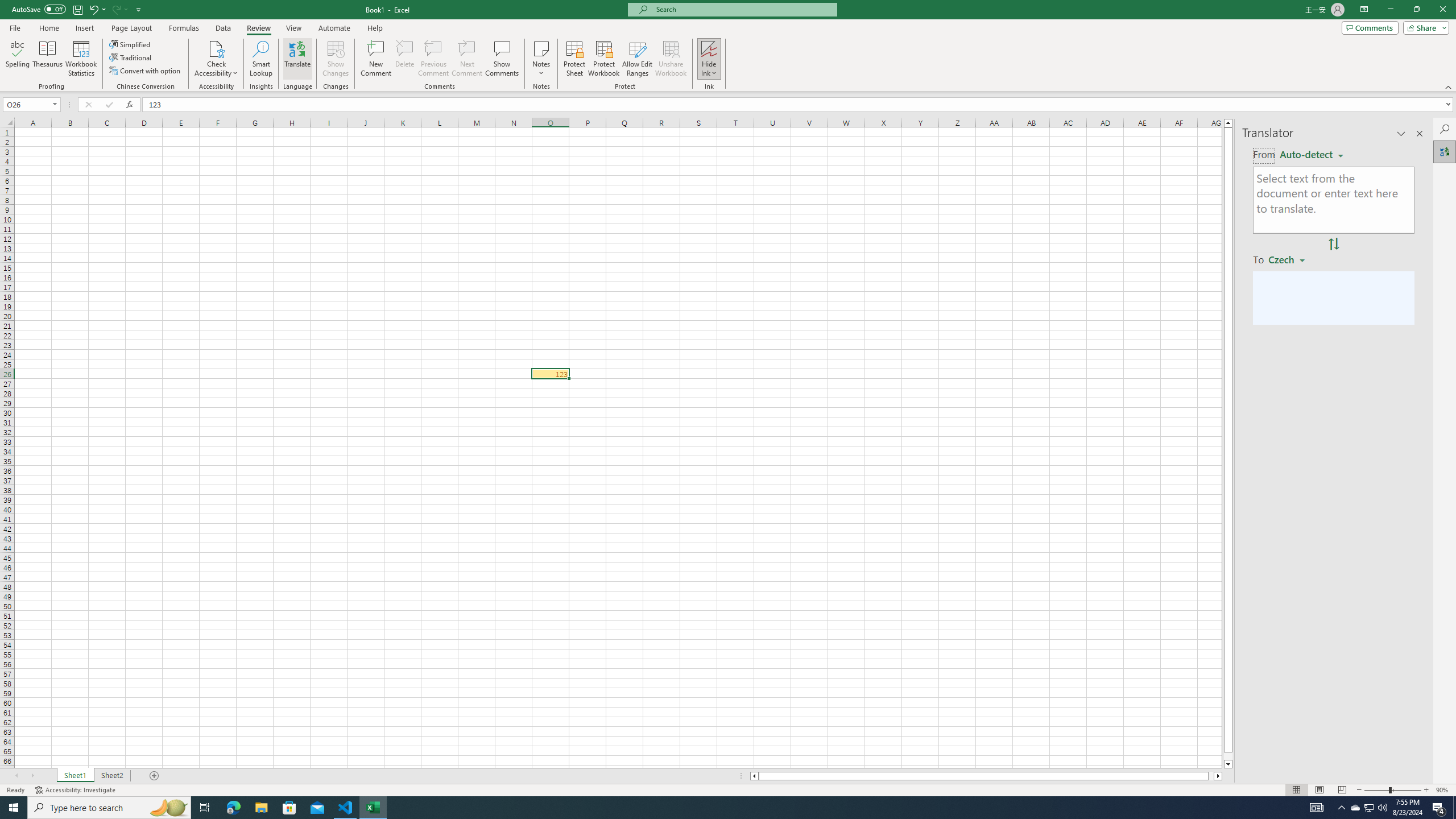  Describe the element at coordinates (76, 790) in the screenshot. I see `'Accessibility Checker Accessibility: Investigate'` at that location.